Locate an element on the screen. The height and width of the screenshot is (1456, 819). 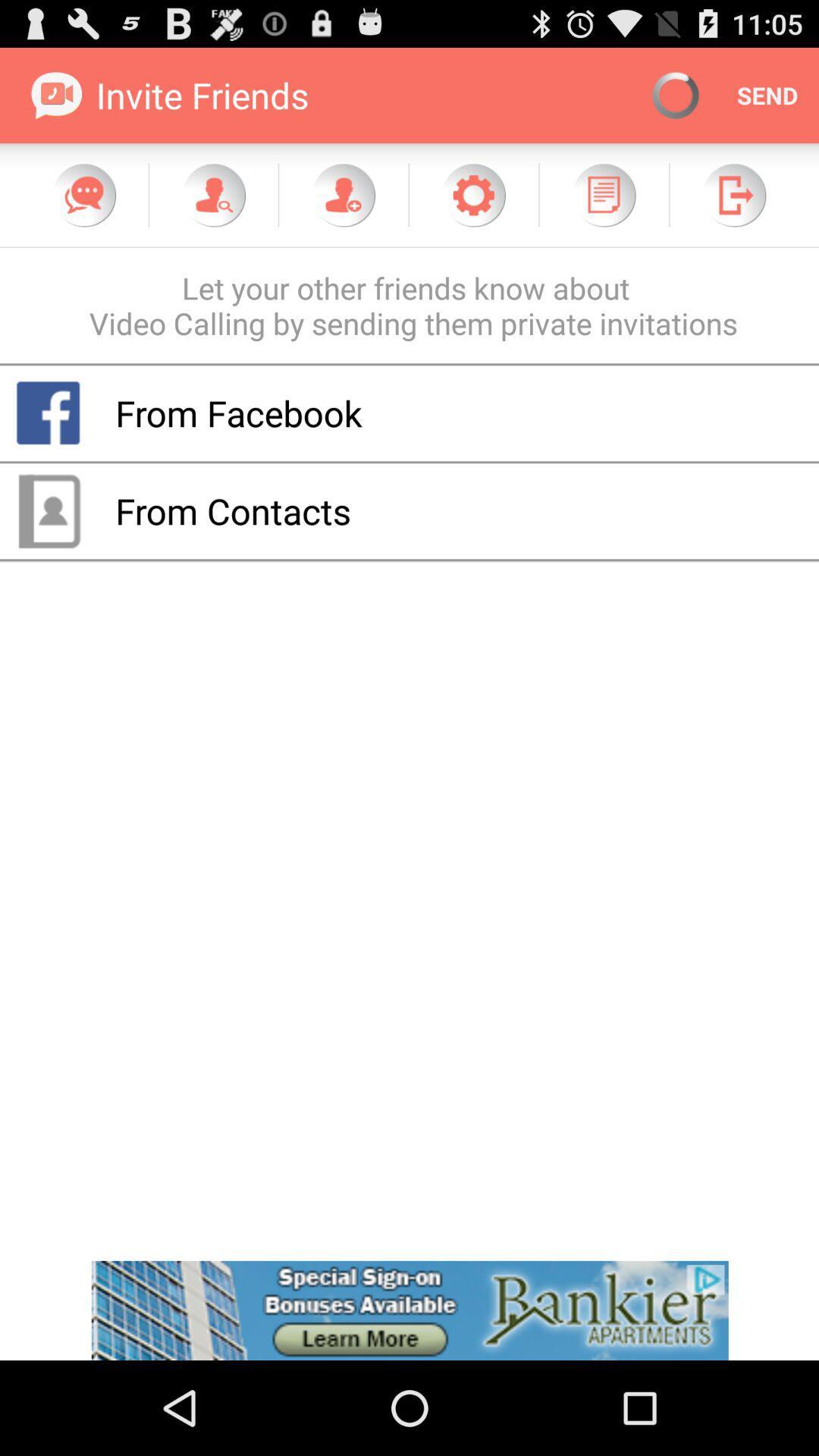
contact is located at coordinates (343, 194).